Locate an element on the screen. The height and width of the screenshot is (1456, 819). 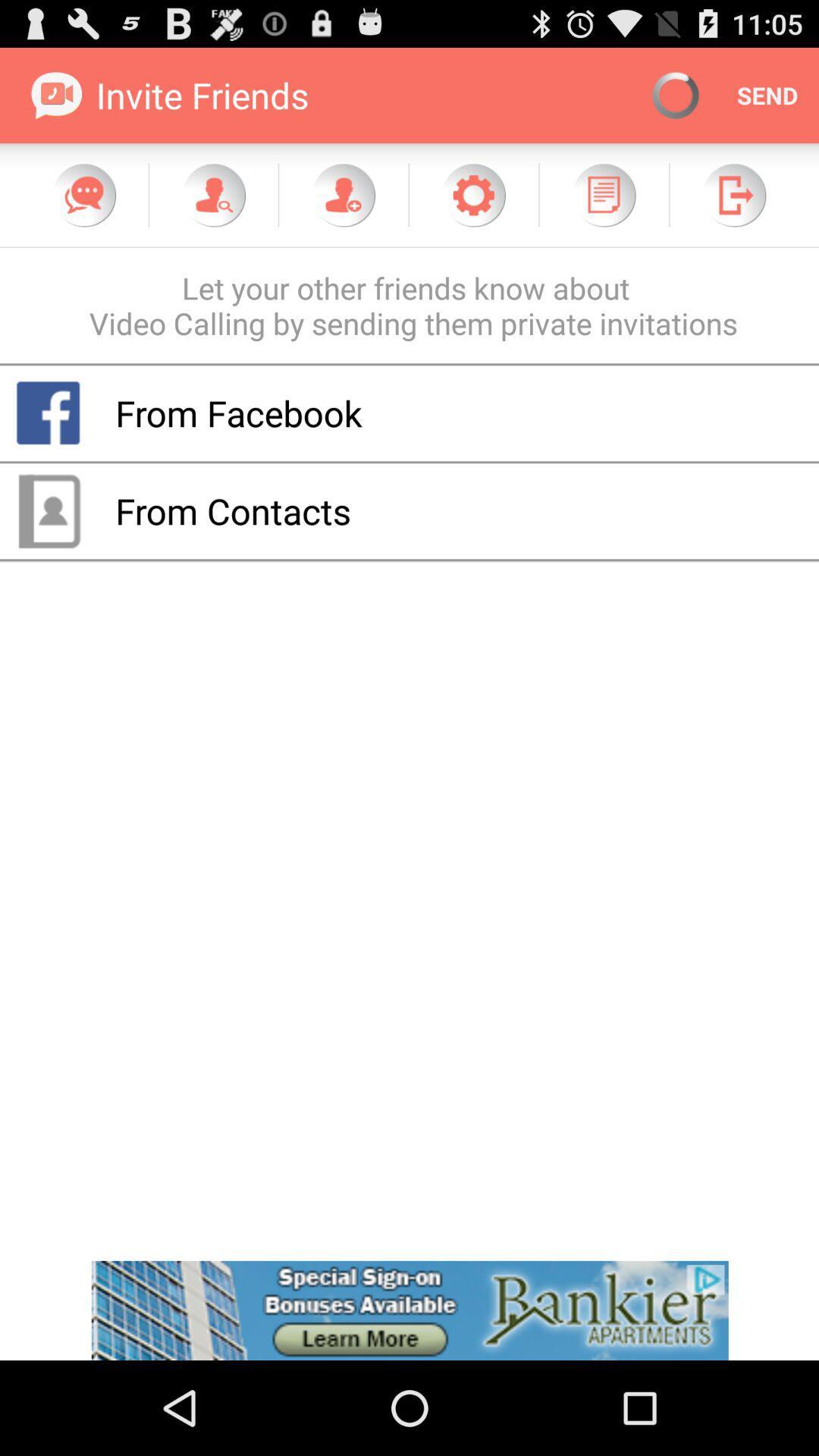
contact is located at coordinates (343, 194).